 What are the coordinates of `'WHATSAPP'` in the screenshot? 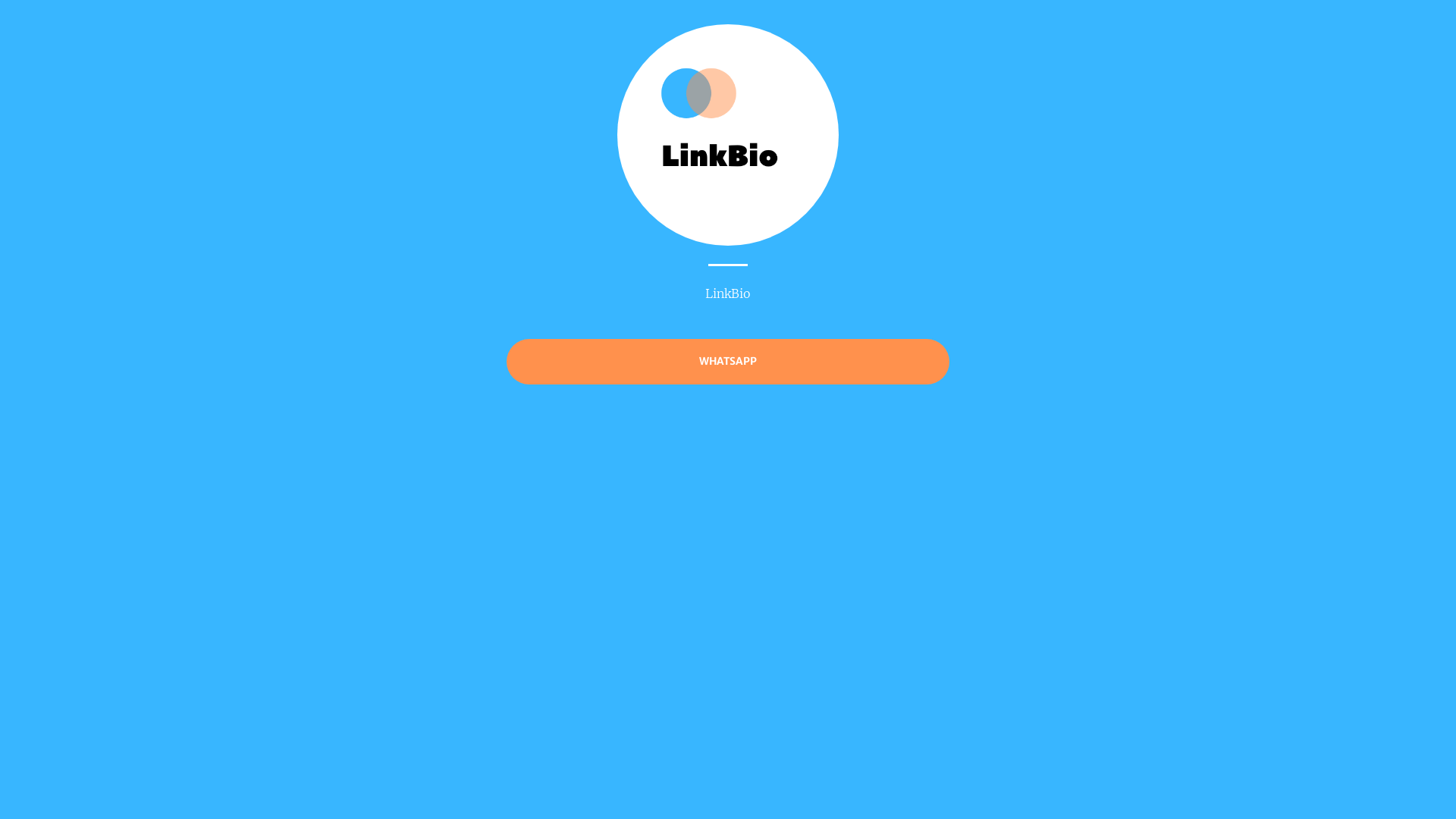 It's located at (728, 362).